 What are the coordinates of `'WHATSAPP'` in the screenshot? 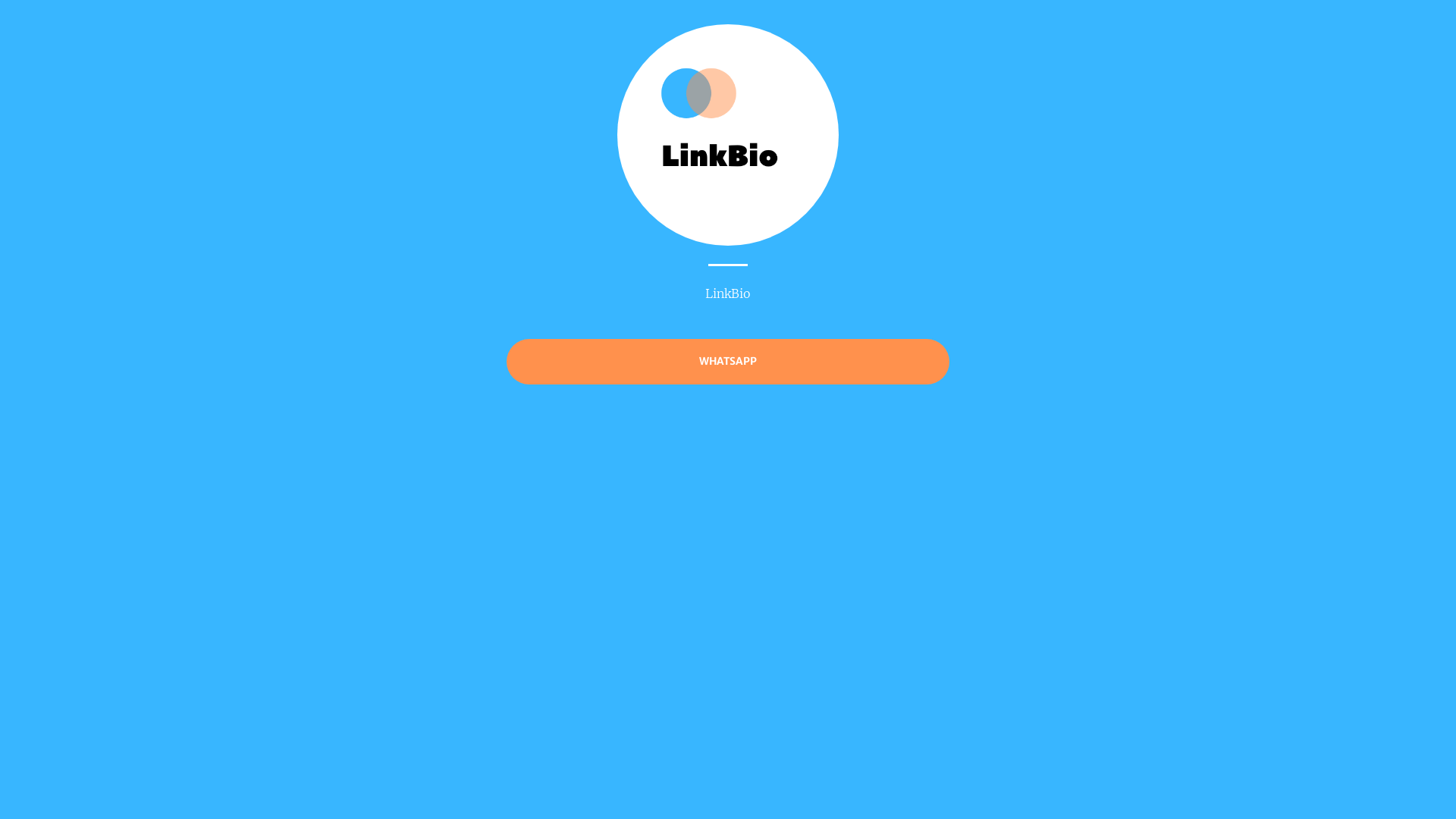 It's located at (728, 362).